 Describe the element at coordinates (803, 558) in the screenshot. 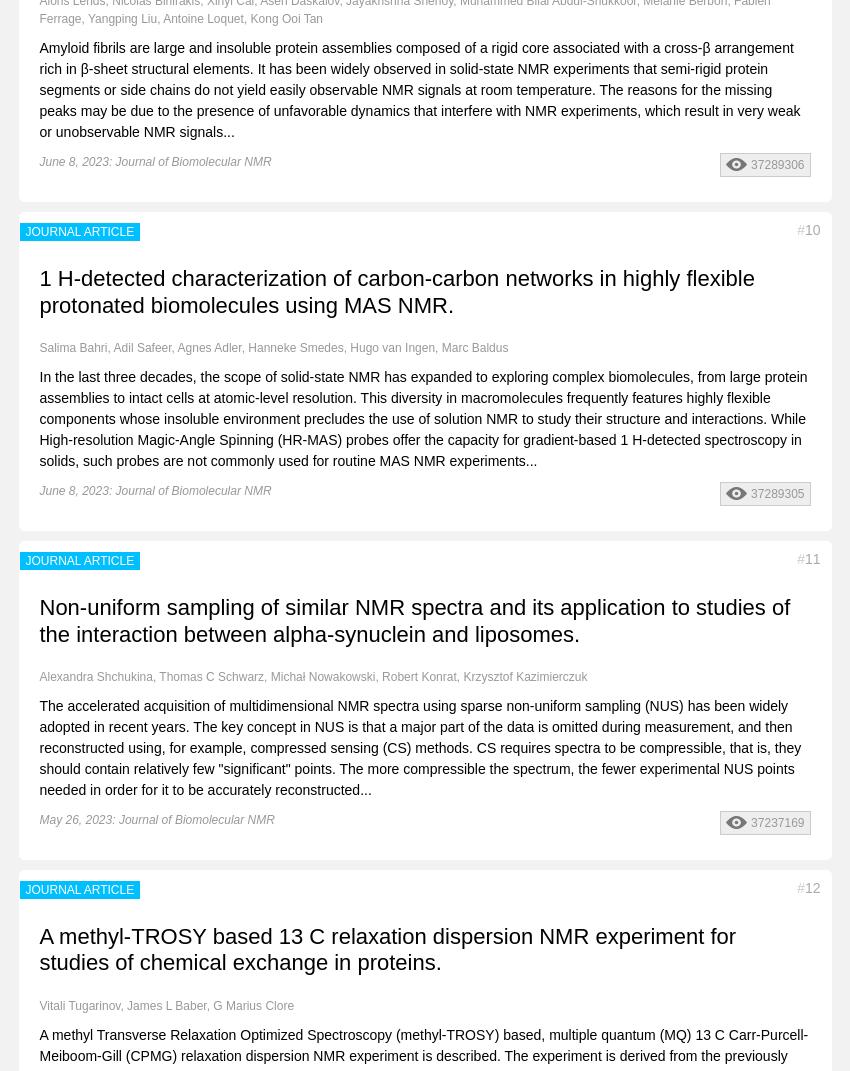

I see `'11'` at that location.